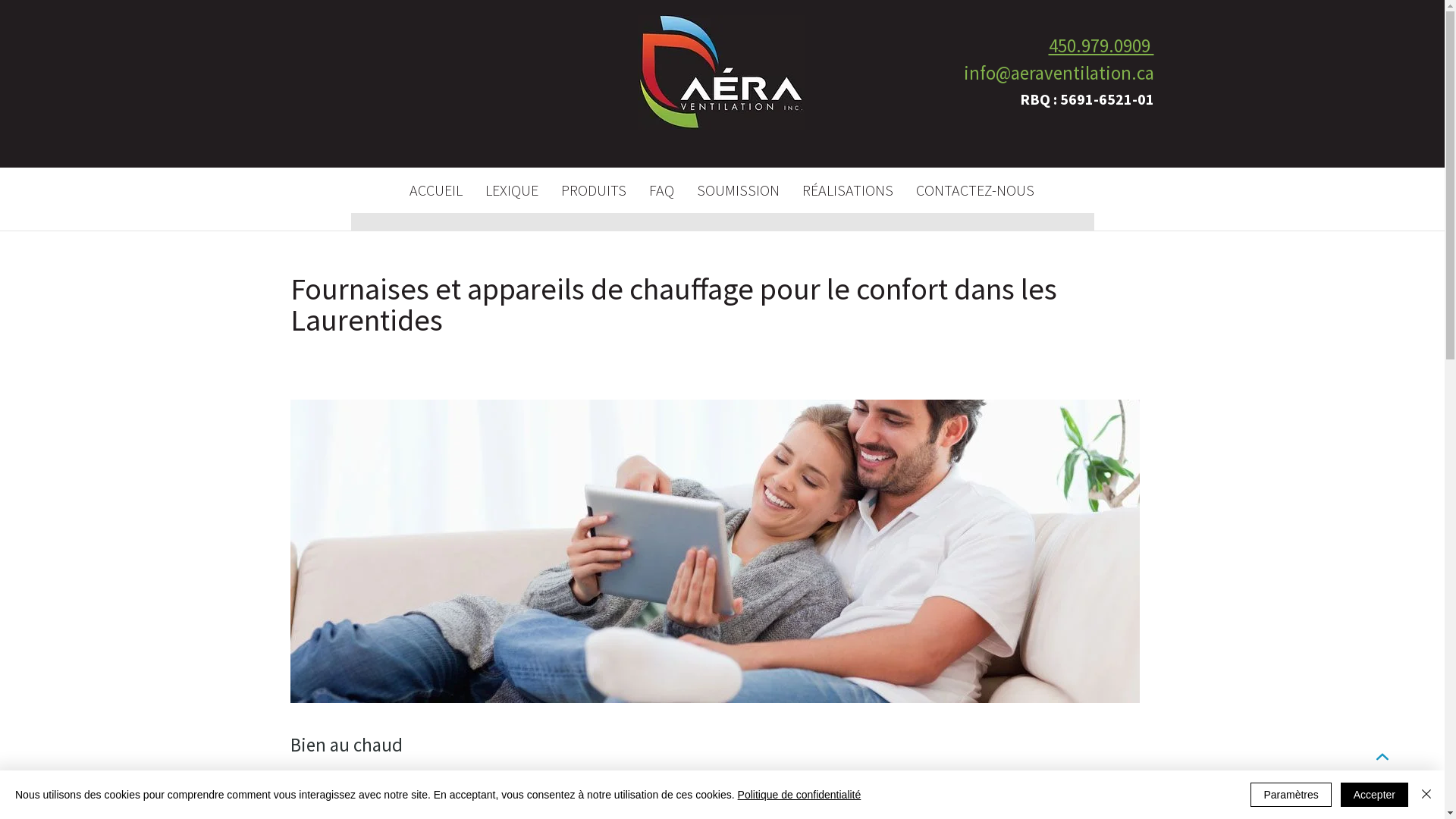  What do you see at coordinates (435, 189) in the screenshot?
I see `'ACCUEIL'` at bounding box center [435, 189].